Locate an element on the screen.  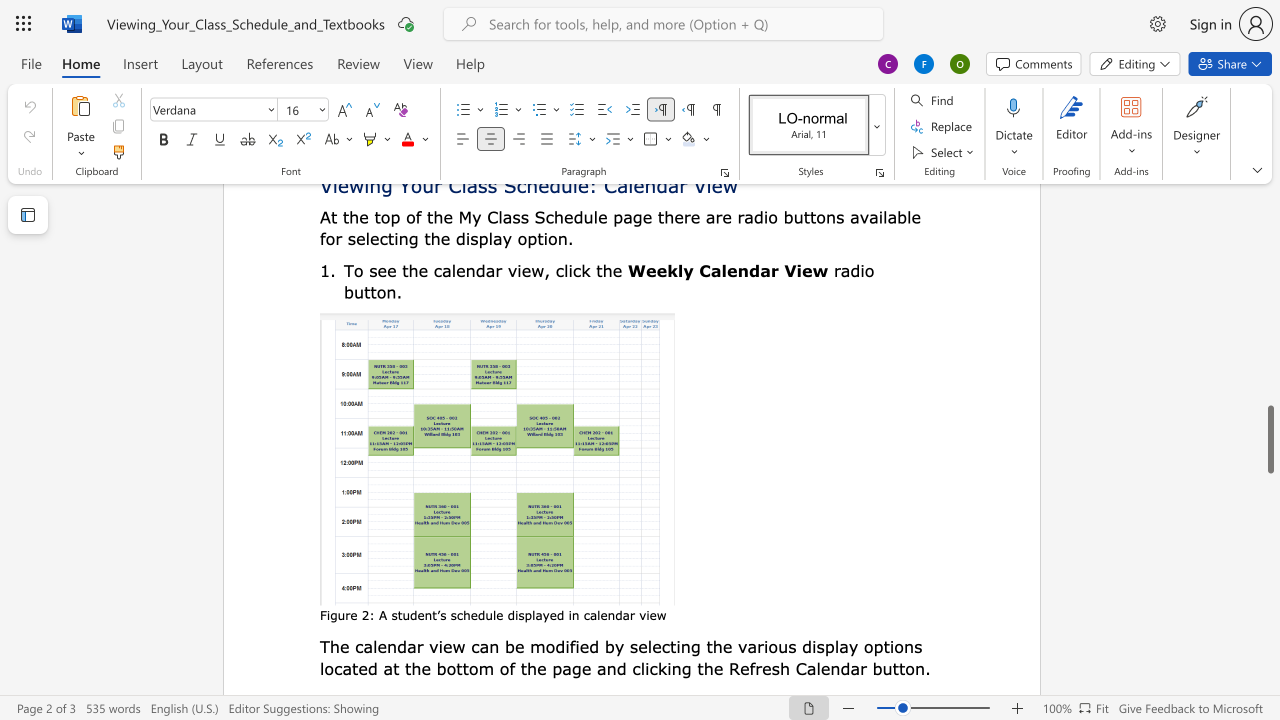
the scrollbar to scroll the page up is located at coordinates (1269, 228).